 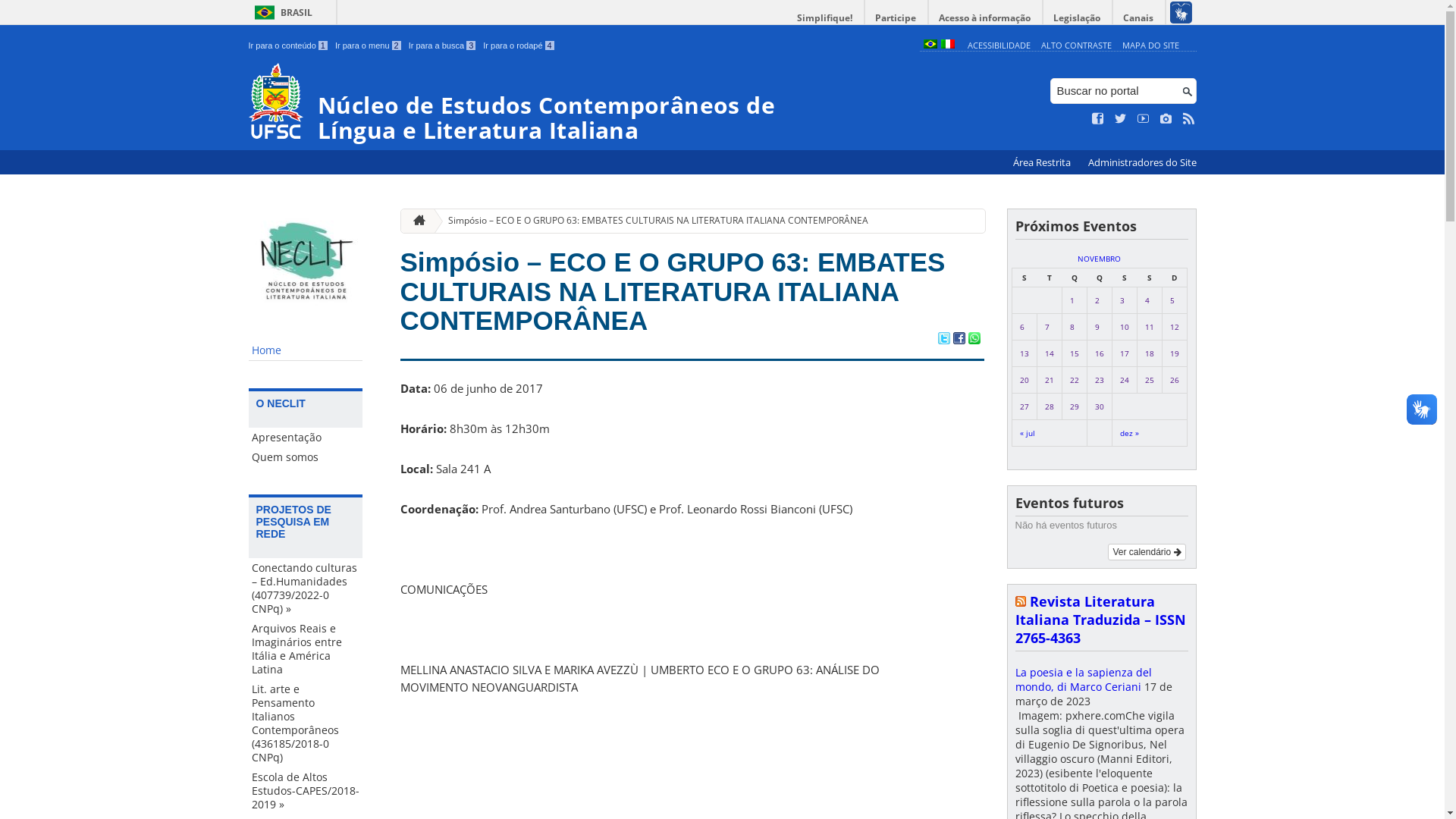 I want to click on '10', so click(x=1124, y=326).